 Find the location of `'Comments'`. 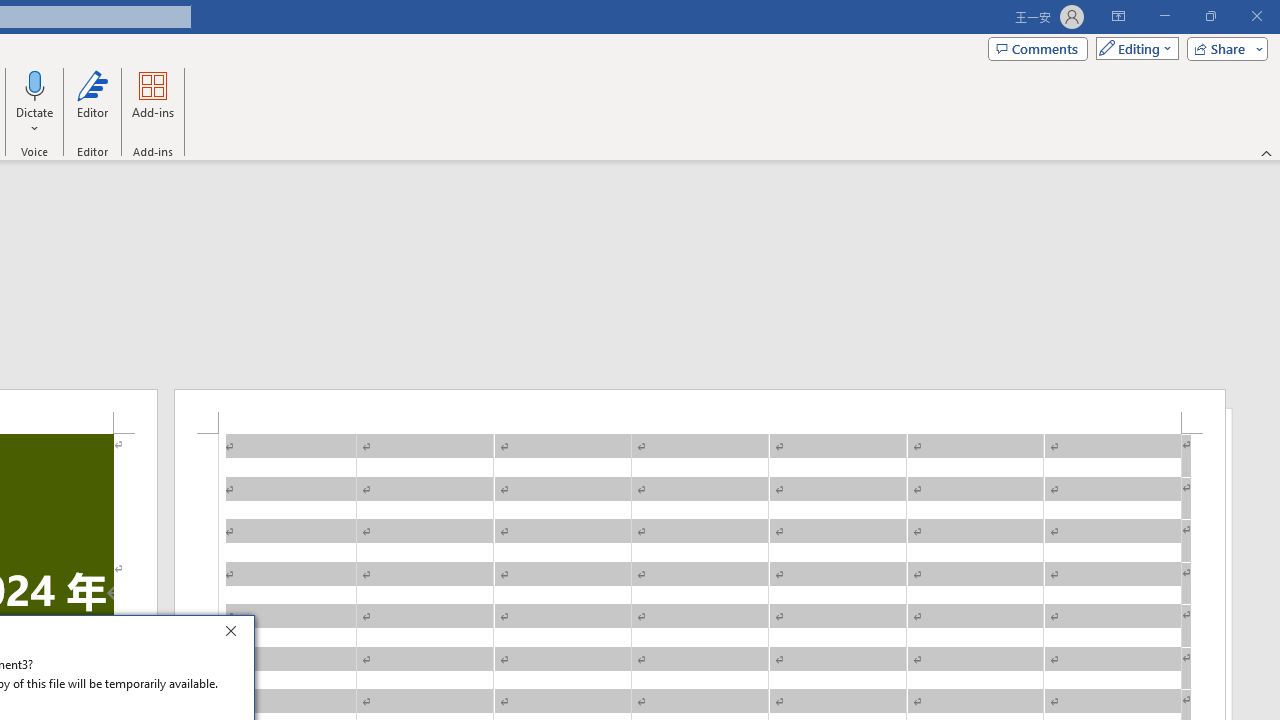

'Comments' is located at coordinates (1038, 47).